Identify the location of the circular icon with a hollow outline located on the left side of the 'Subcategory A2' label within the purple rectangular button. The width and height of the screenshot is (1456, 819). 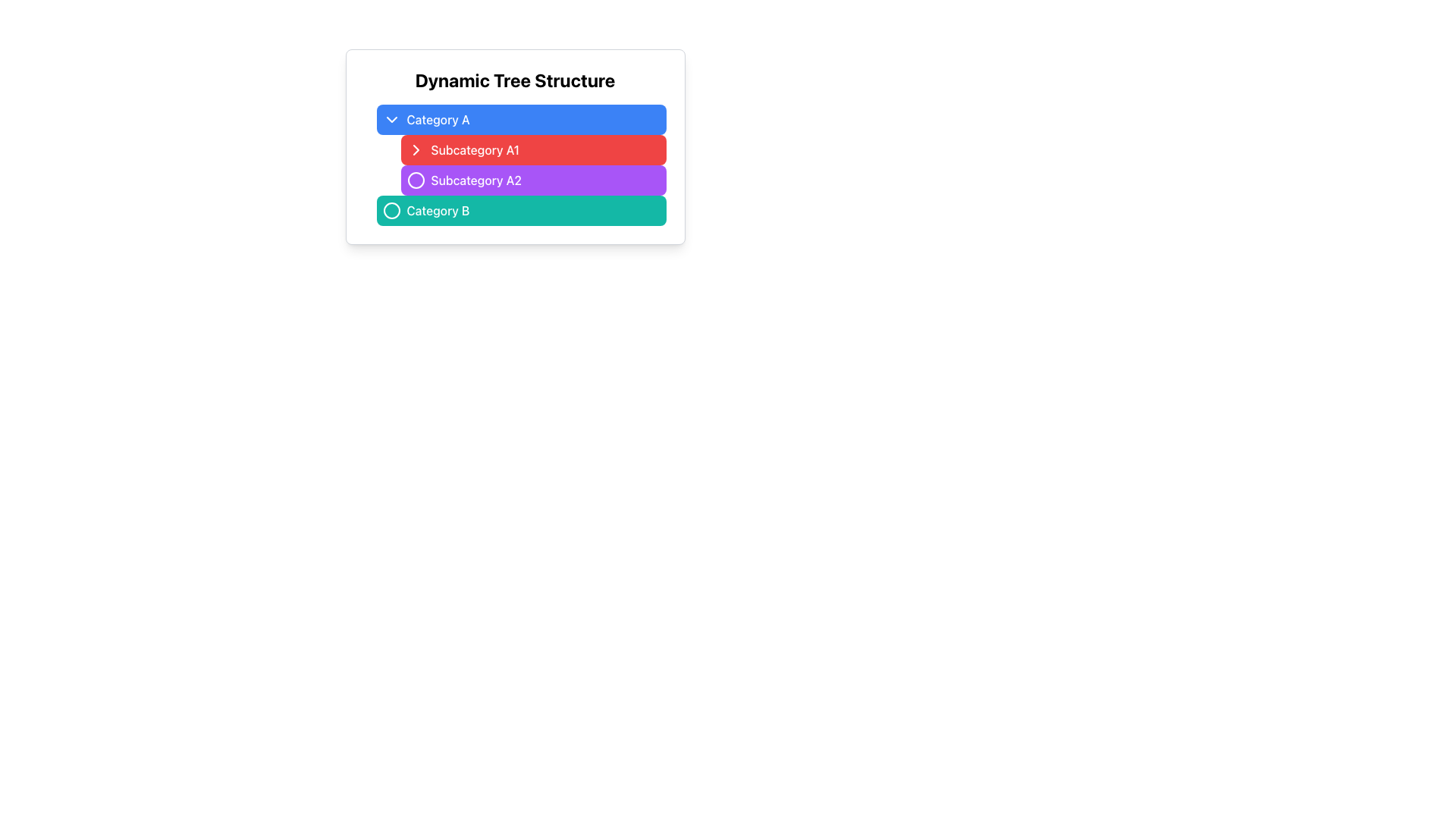
(416, 180).